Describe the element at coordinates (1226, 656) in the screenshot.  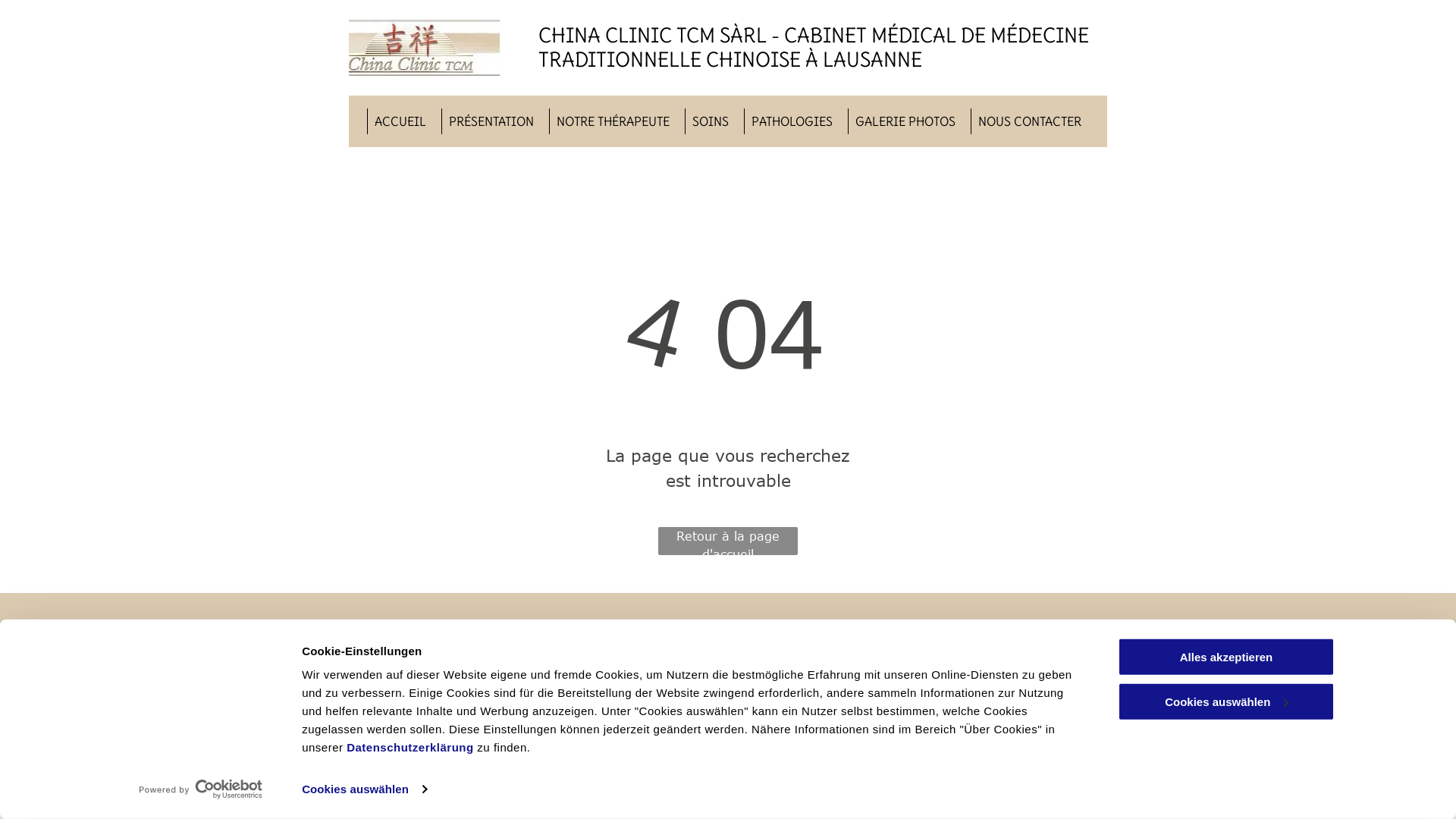
I see `'Alles akzeptieren'` at that location.